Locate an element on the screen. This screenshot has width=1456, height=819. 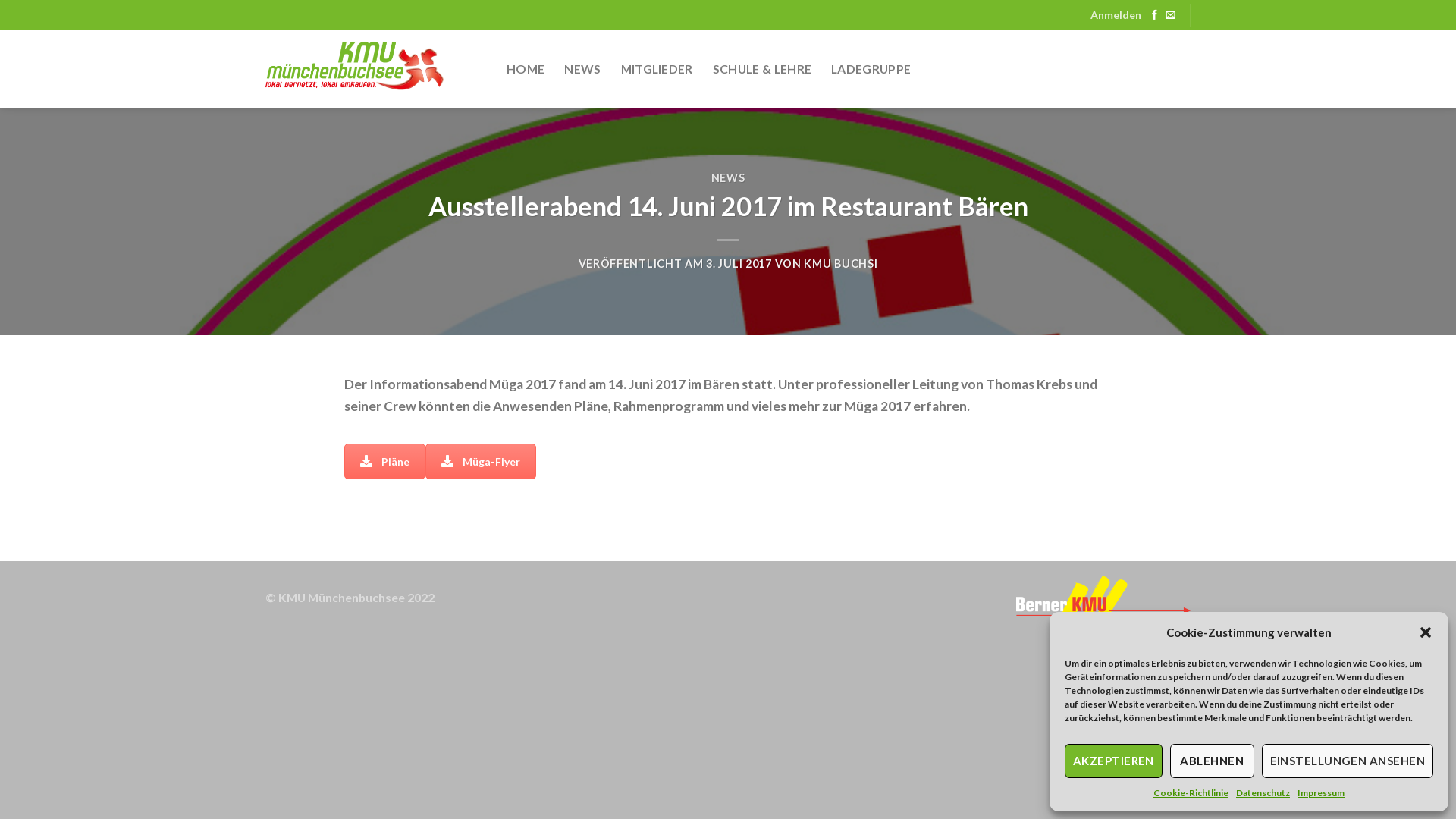
'ABLEHNEN' is located at coordinates (1211, 761).